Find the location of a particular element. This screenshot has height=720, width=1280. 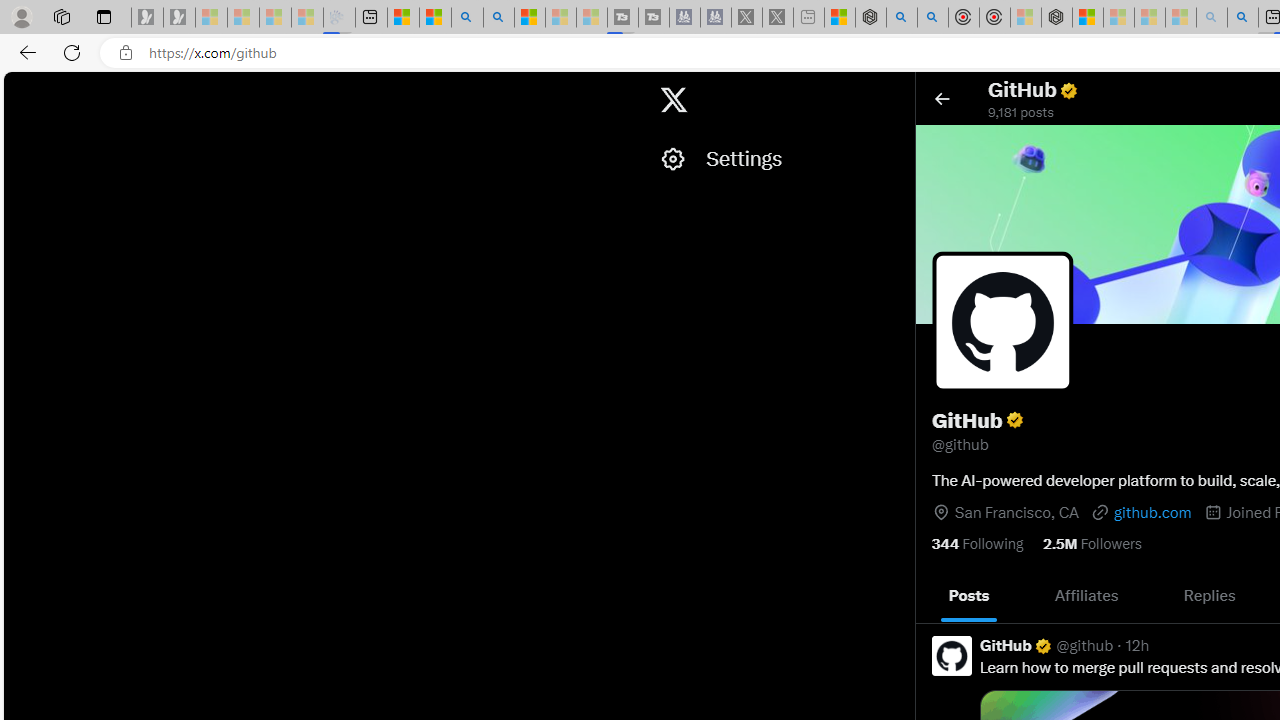

'GitHub Verified account' is located at coordinates (1016, 645).